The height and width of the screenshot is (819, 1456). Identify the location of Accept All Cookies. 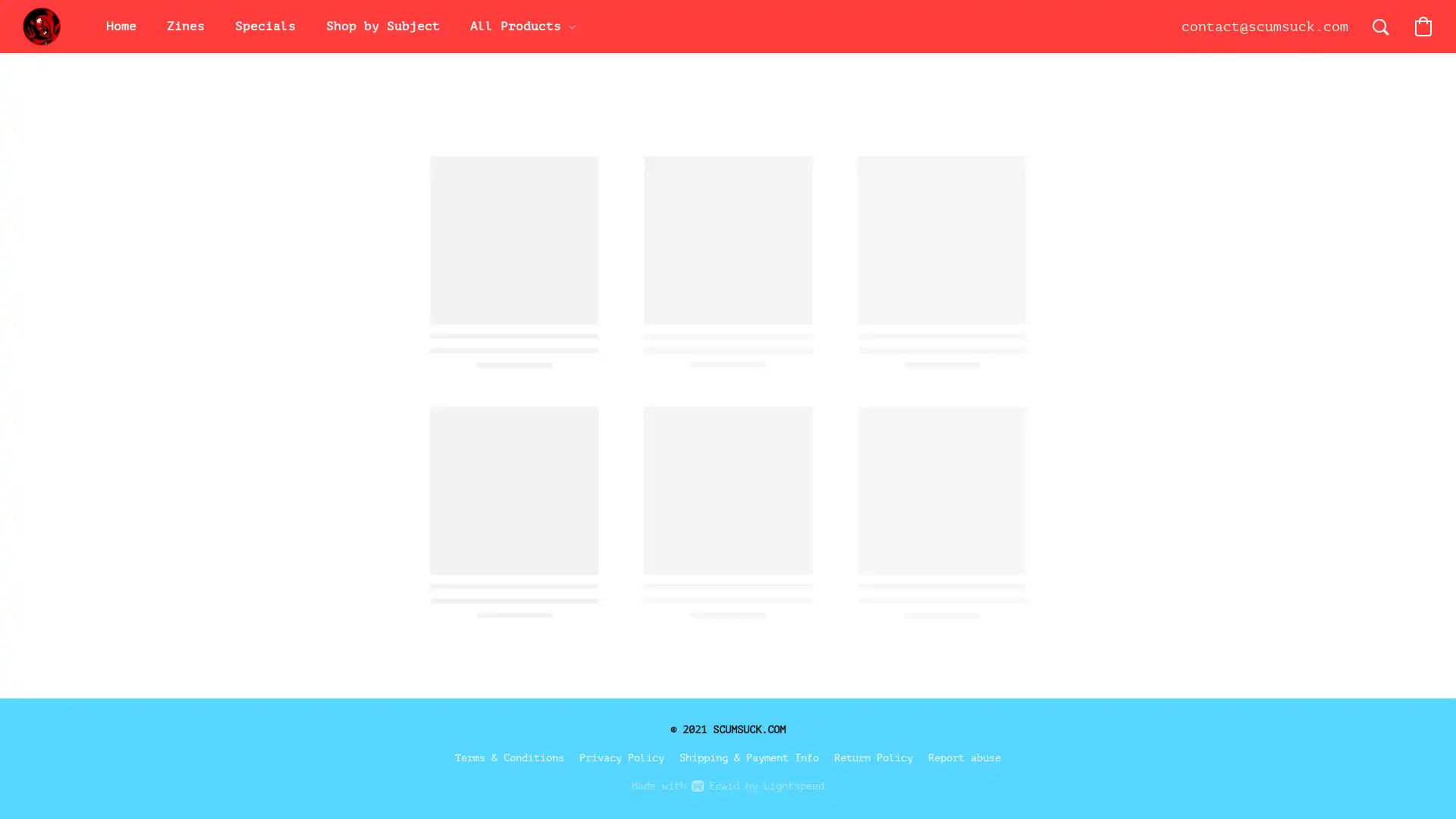
(1241, 503).